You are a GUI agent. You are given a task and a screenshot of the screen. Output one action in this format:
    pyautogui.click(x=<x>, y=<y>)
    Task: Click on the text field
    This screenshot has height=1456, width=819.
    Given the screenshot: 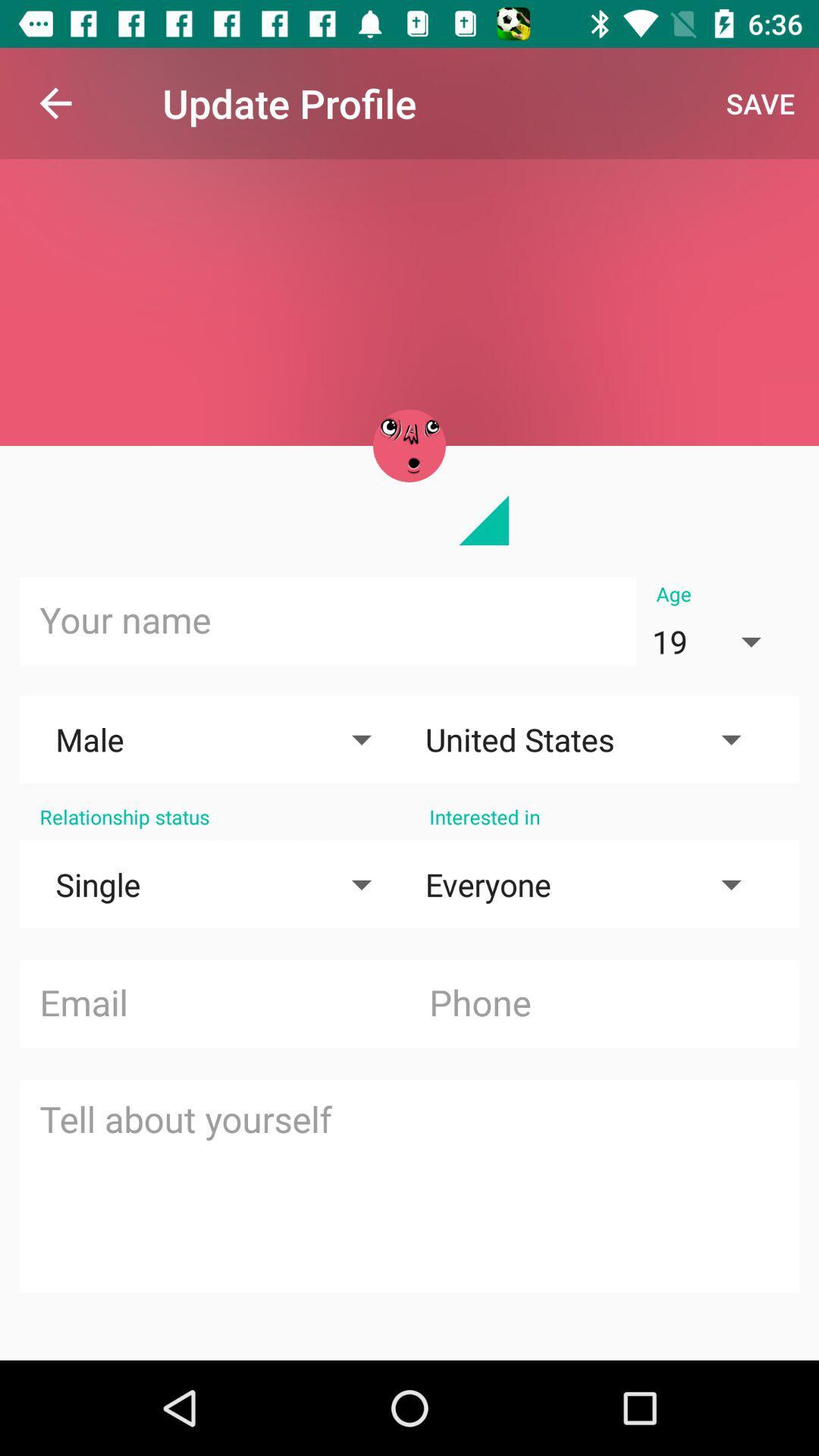 What is the action you would take?
    pyautogui.click(x=409, y=1185)
    